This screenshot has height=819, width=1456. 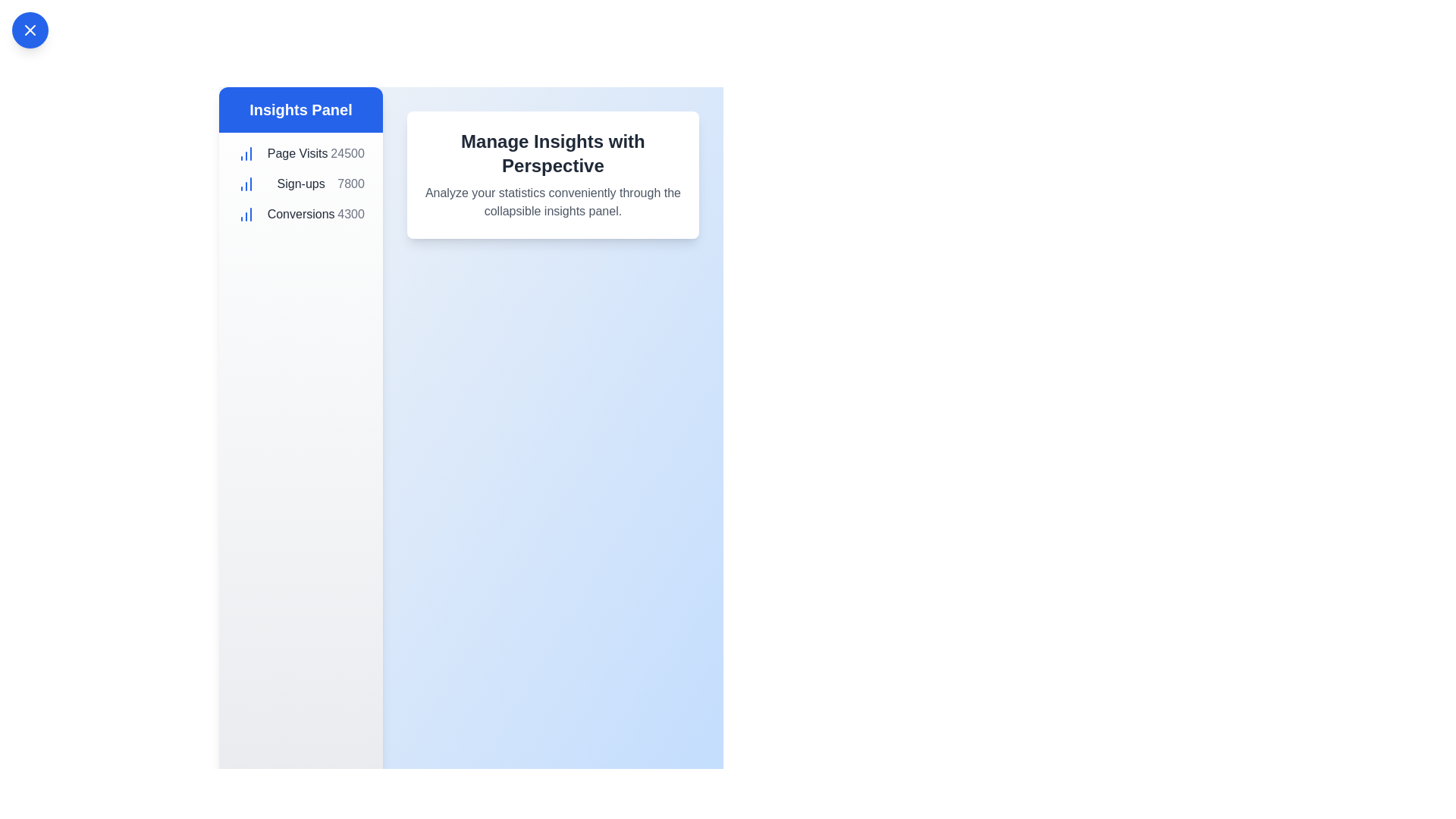 I want to click on the top-left button to toggle the visibility of the drawer, so click(x=30, y=30).